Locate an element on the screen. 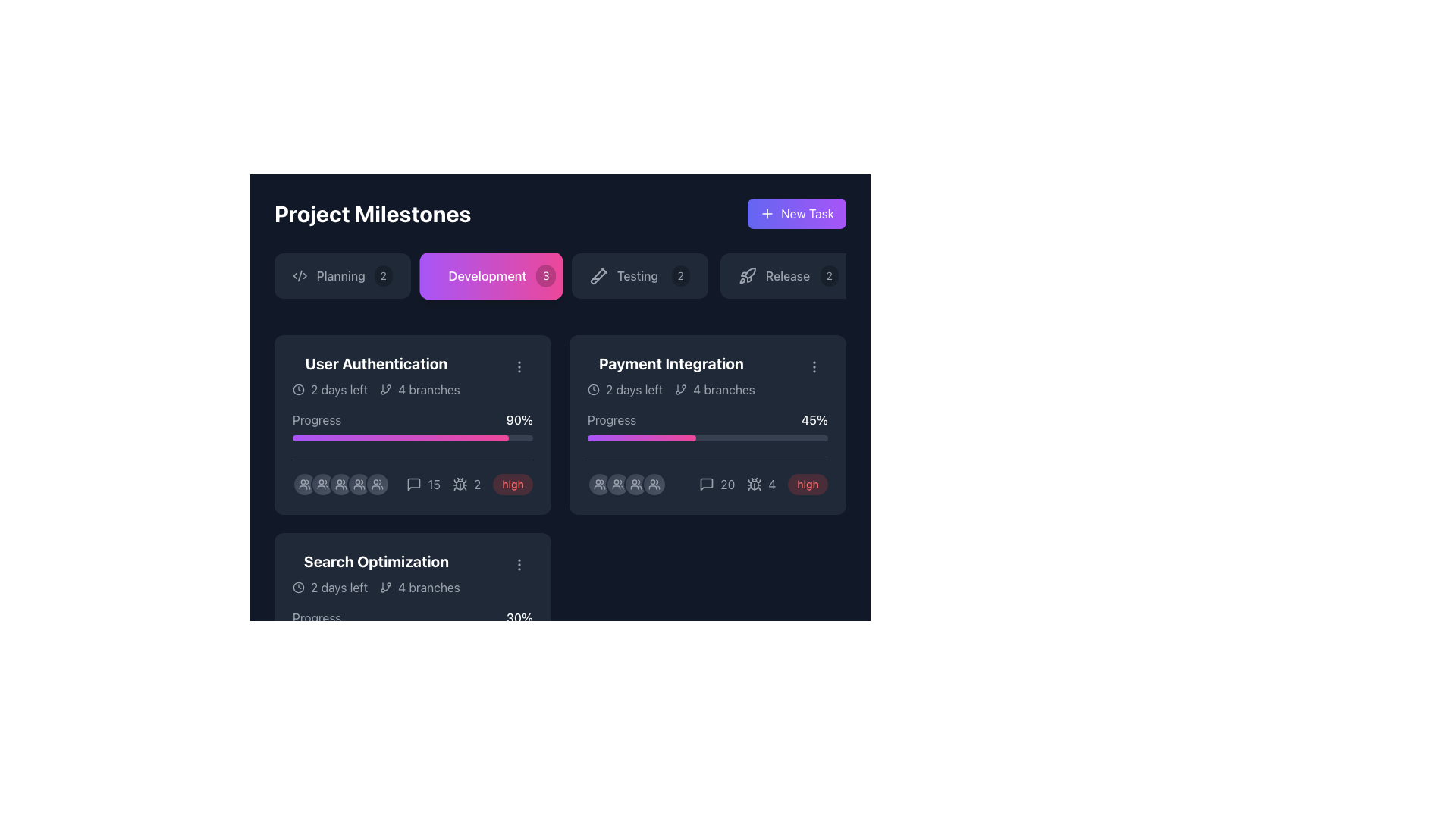  the prominent bold text label displaying 'User Authentication' located at the top-left section of the project card is located at coordinates (376, 363).